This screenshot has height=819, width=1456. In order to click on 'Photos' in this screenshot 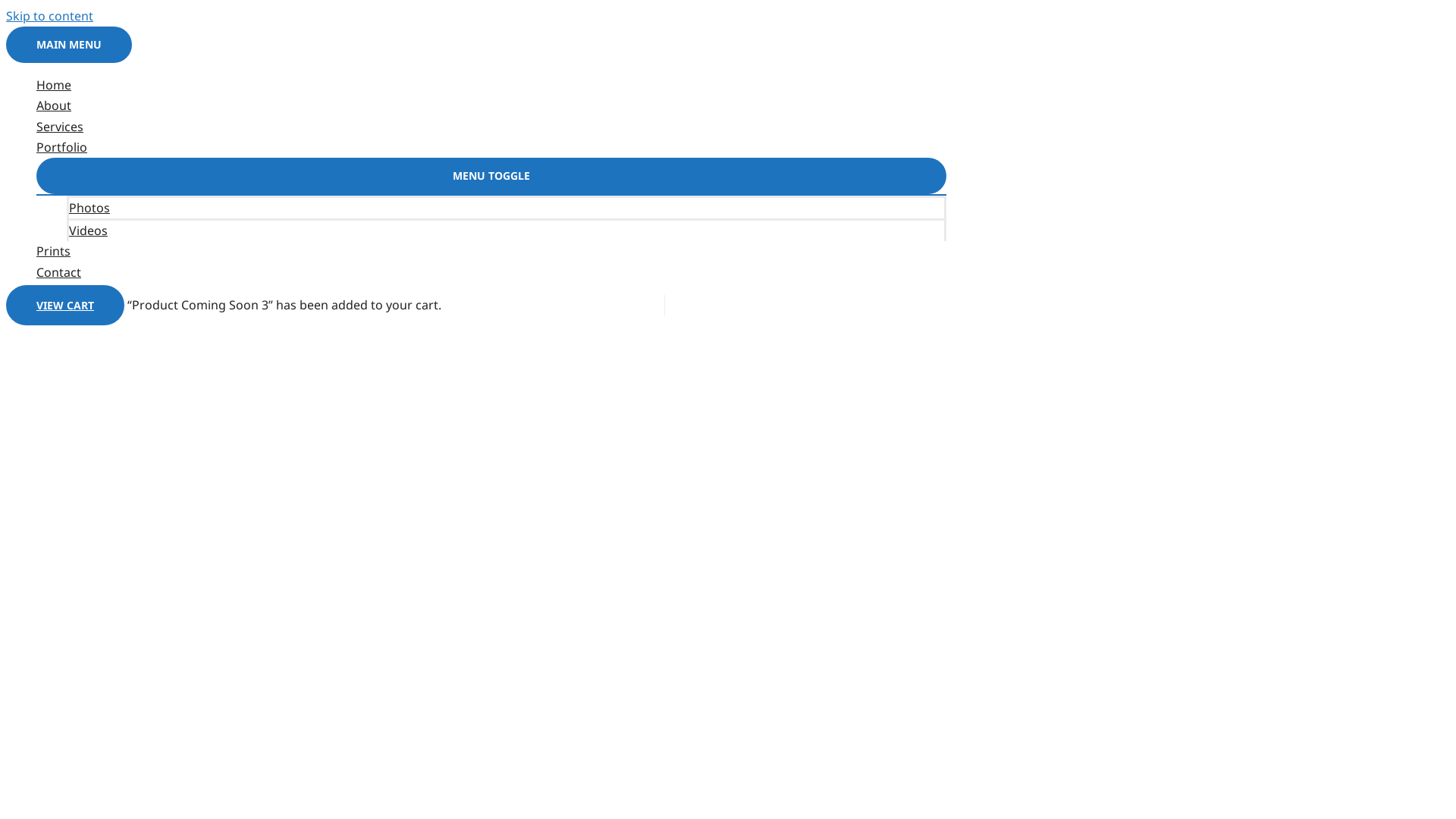, I will do `click(506, 207)`.